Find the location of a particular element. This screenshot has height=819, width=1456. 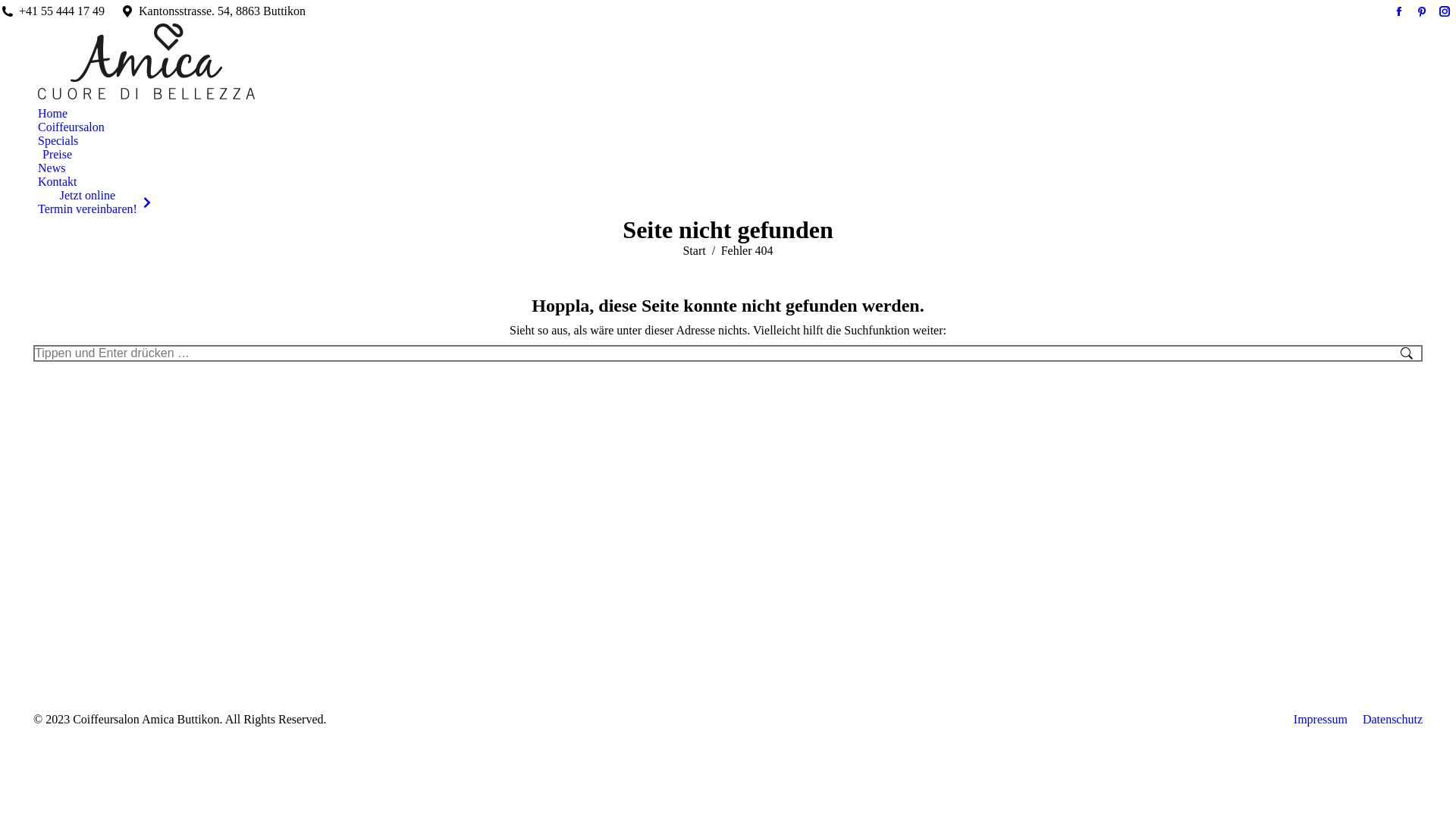

'Impressum' is located at coordinates (1319, 718).